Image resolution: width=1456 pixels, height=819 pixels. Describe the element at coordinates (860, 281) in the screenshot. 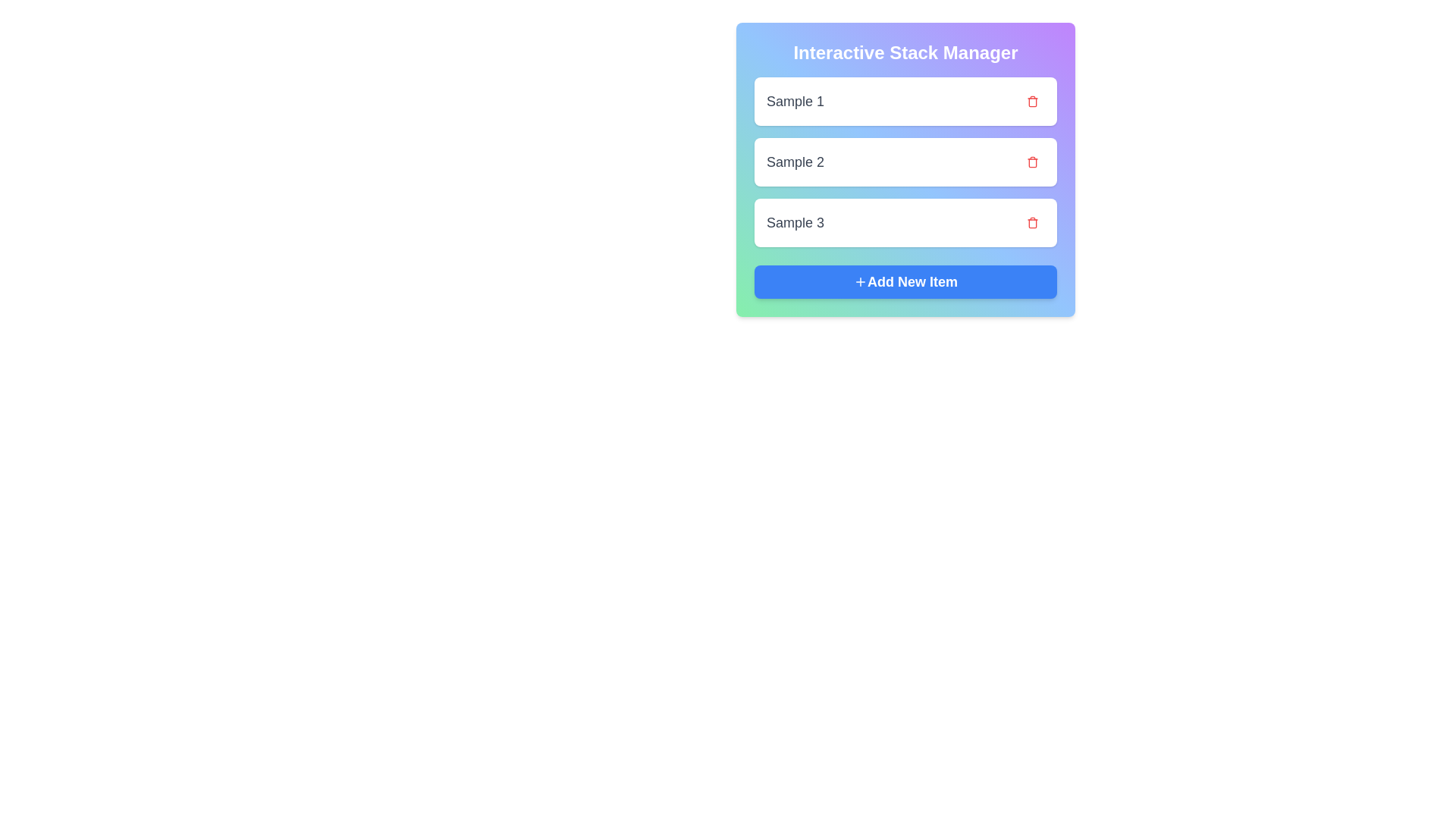

I see `the plus sign SVG icon located within the blue button labeled 'Add New Item'` at that location.